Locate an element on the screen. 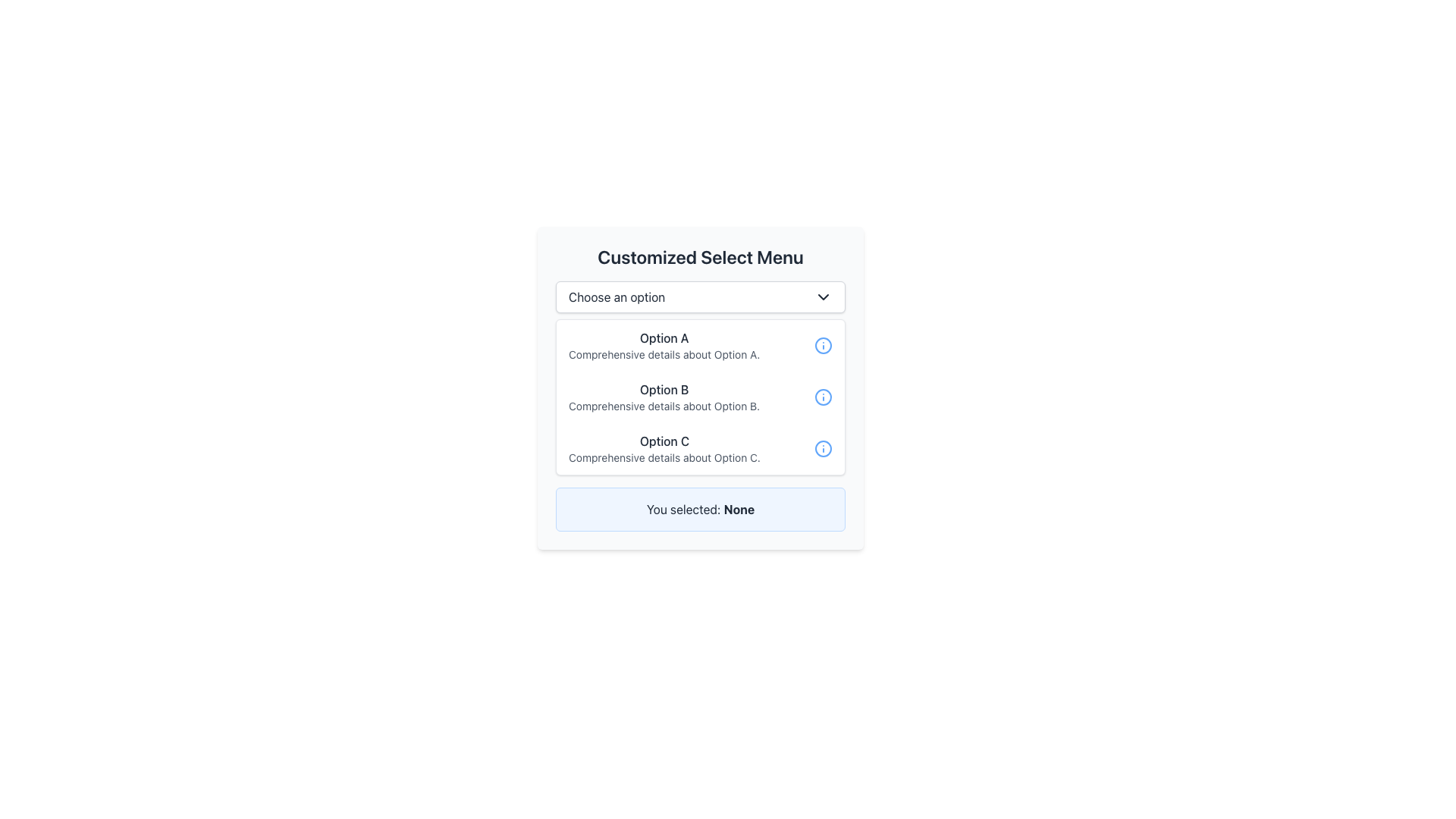 The width and height of the screenshot is (1456, 819). the information icon located at the far right of the 'Option B' selection box, which serves as a visual cue for additional information is located at coordinates (822, 397).